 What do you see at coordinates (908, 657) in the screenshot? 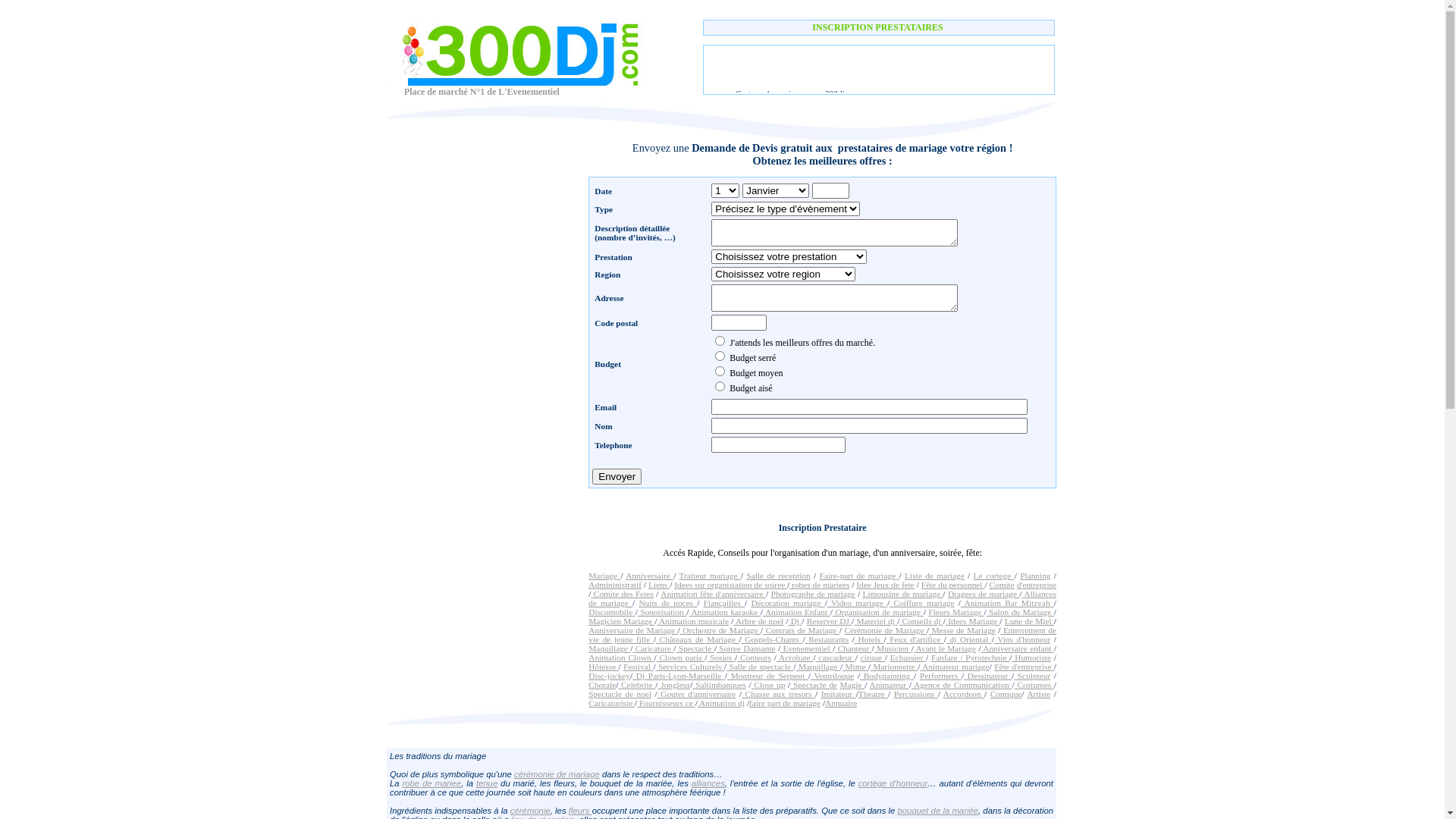
I see `'Echassier'` at bounding box center [908, 657].